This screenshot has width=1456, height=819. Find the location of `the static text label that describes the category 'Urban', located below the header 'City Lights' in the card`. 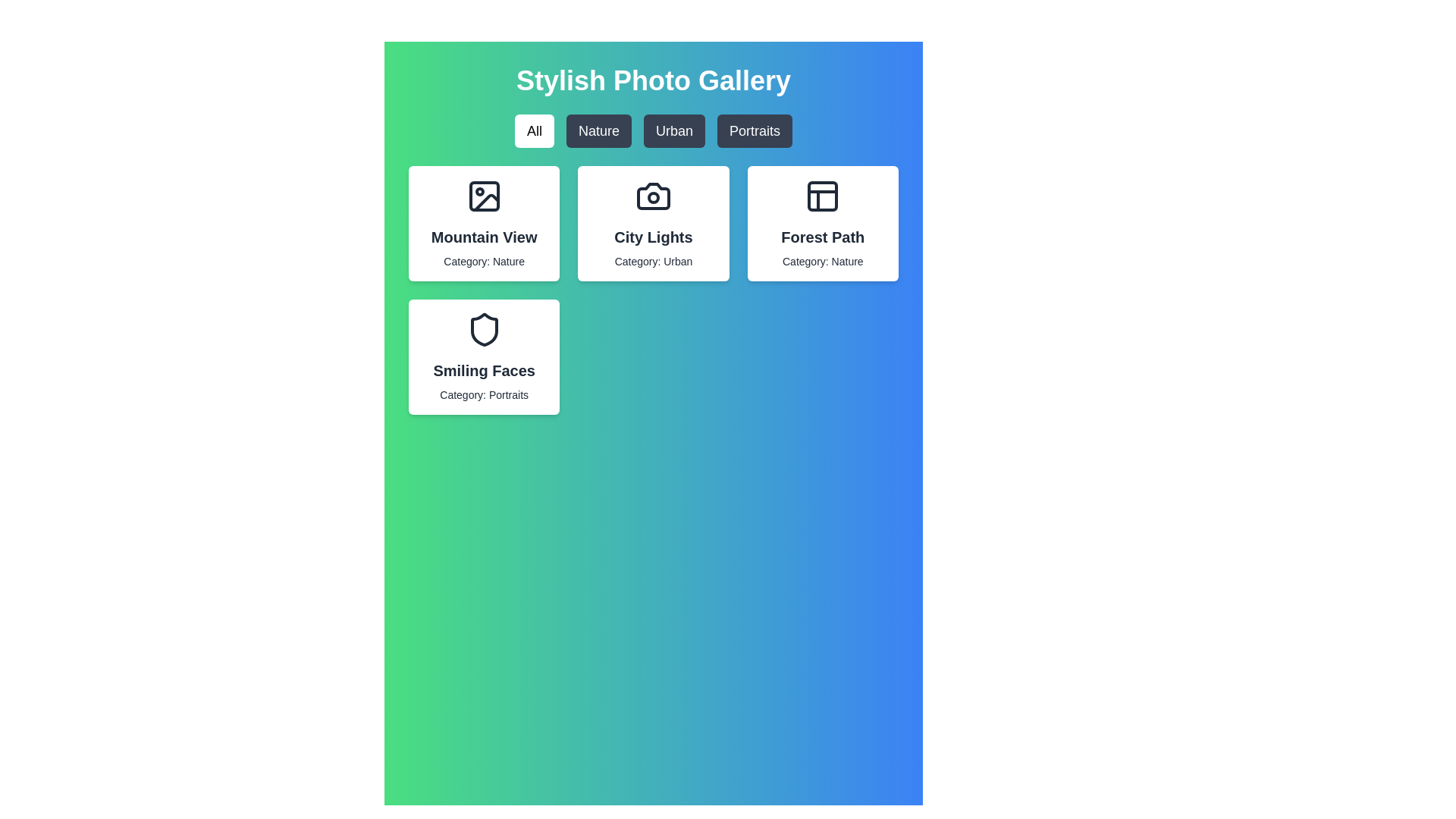

the static text label that describes the category 'Urban', located below the header 'City Lights' in the card is located at coordinates (654, 260).